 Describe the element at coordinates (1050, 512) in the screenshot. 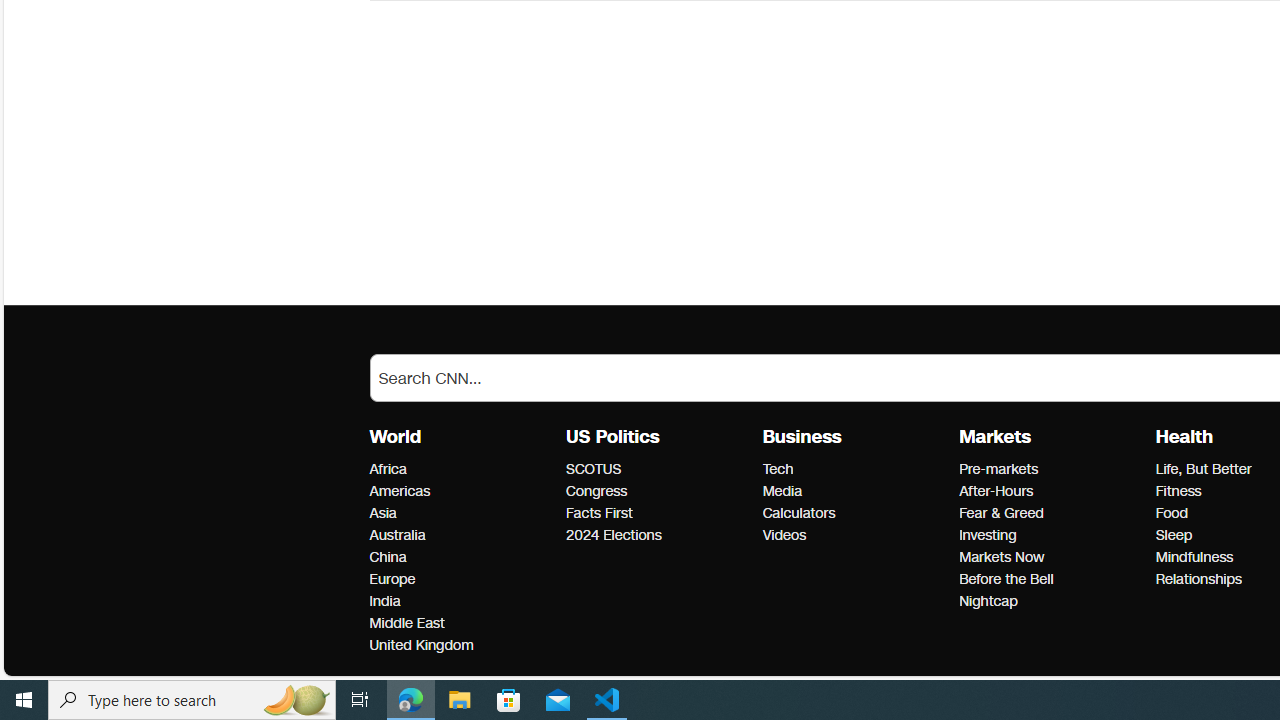

I see `'Fear & Greed'` at that location.